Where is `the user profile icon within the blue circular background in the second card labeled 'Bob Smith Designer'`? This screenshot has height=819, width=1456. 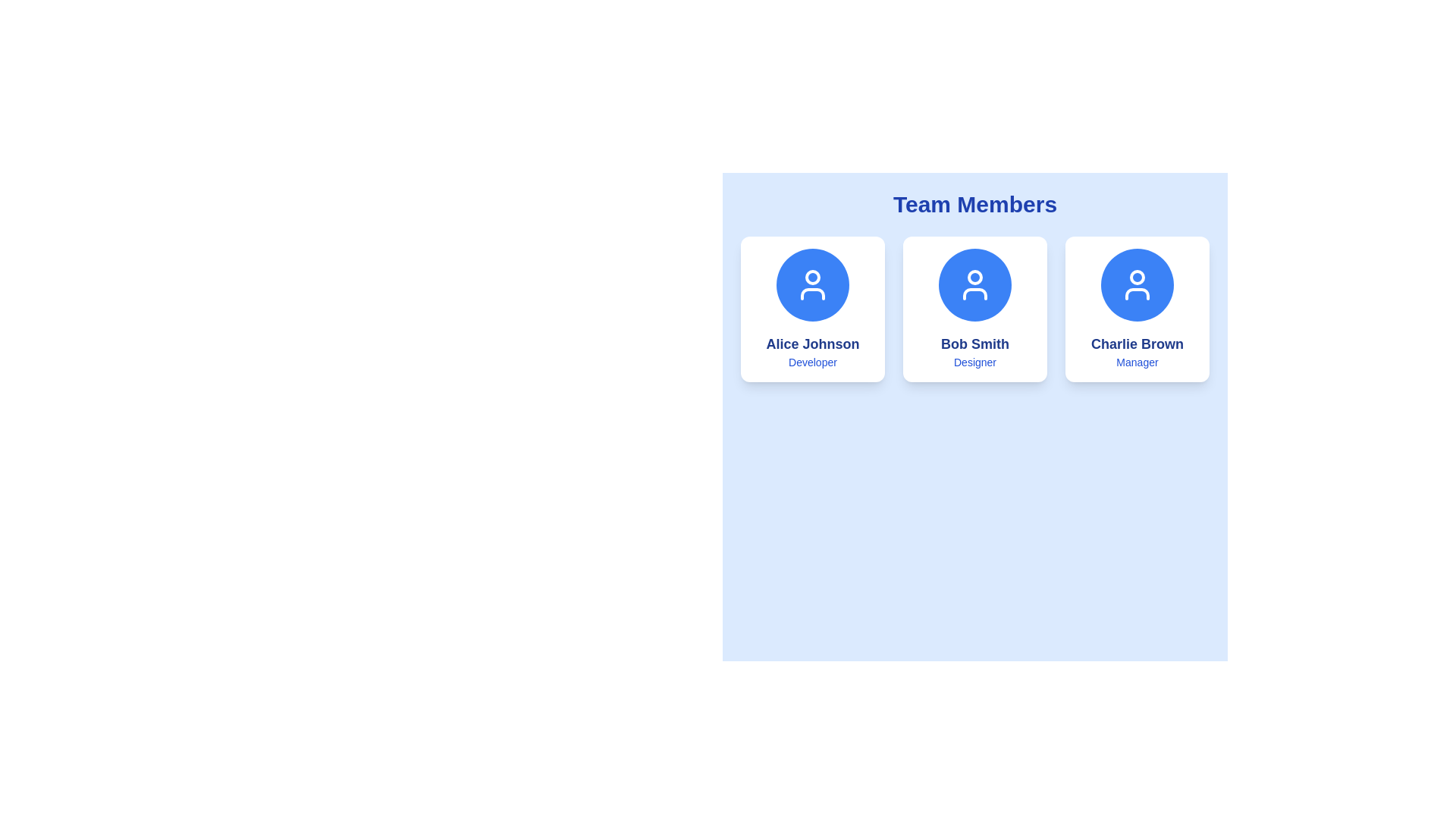
the user profile icon within the blue circular background in the second card labeled 'Bob Smith Designer' is located at coordinates (975, 284).